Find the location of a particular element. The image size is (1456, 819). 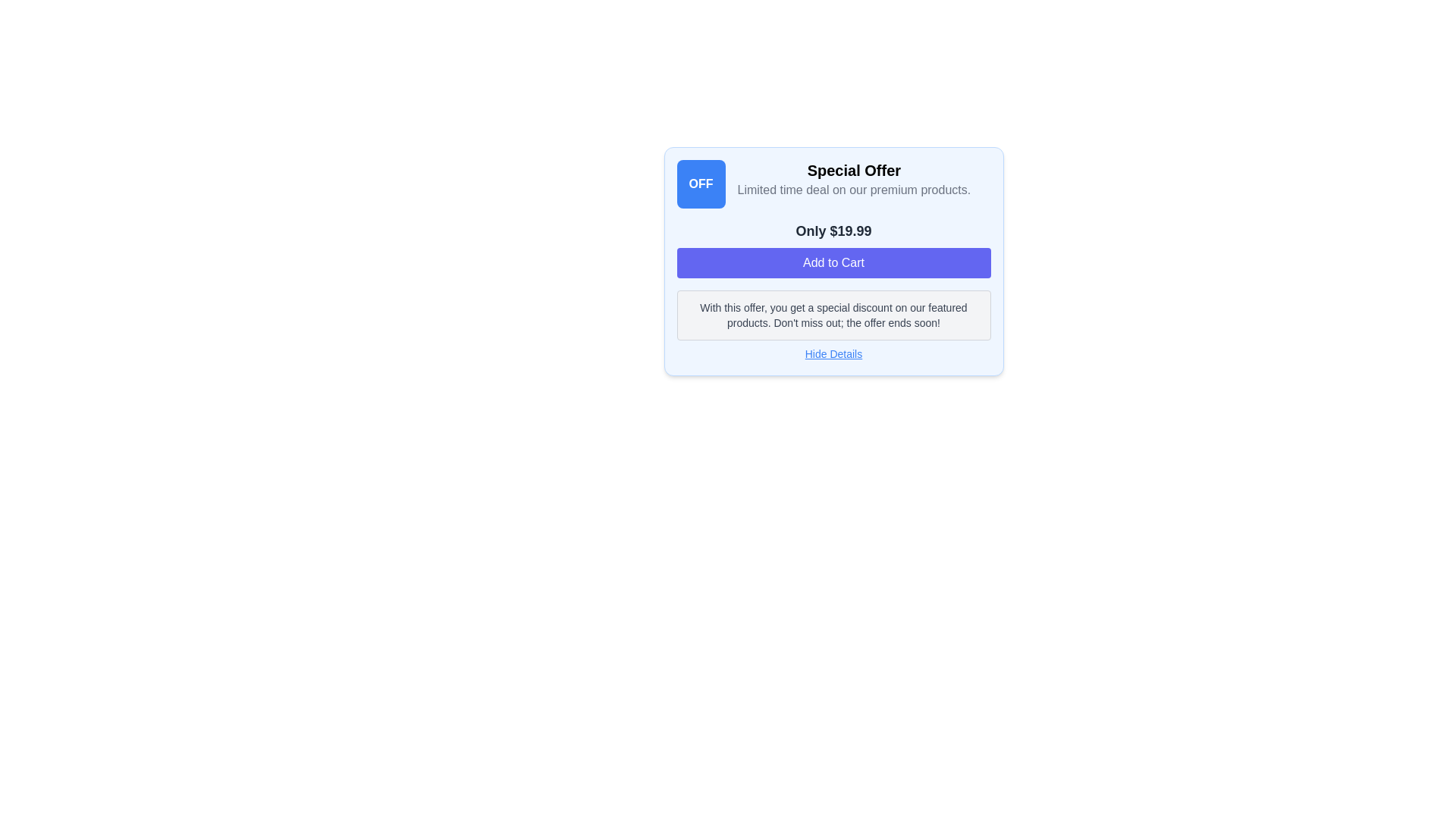

the 'Add to Cart' button located below the price display of '$19.99', which is styled in bold gray text is located at coordinates (833, 248).